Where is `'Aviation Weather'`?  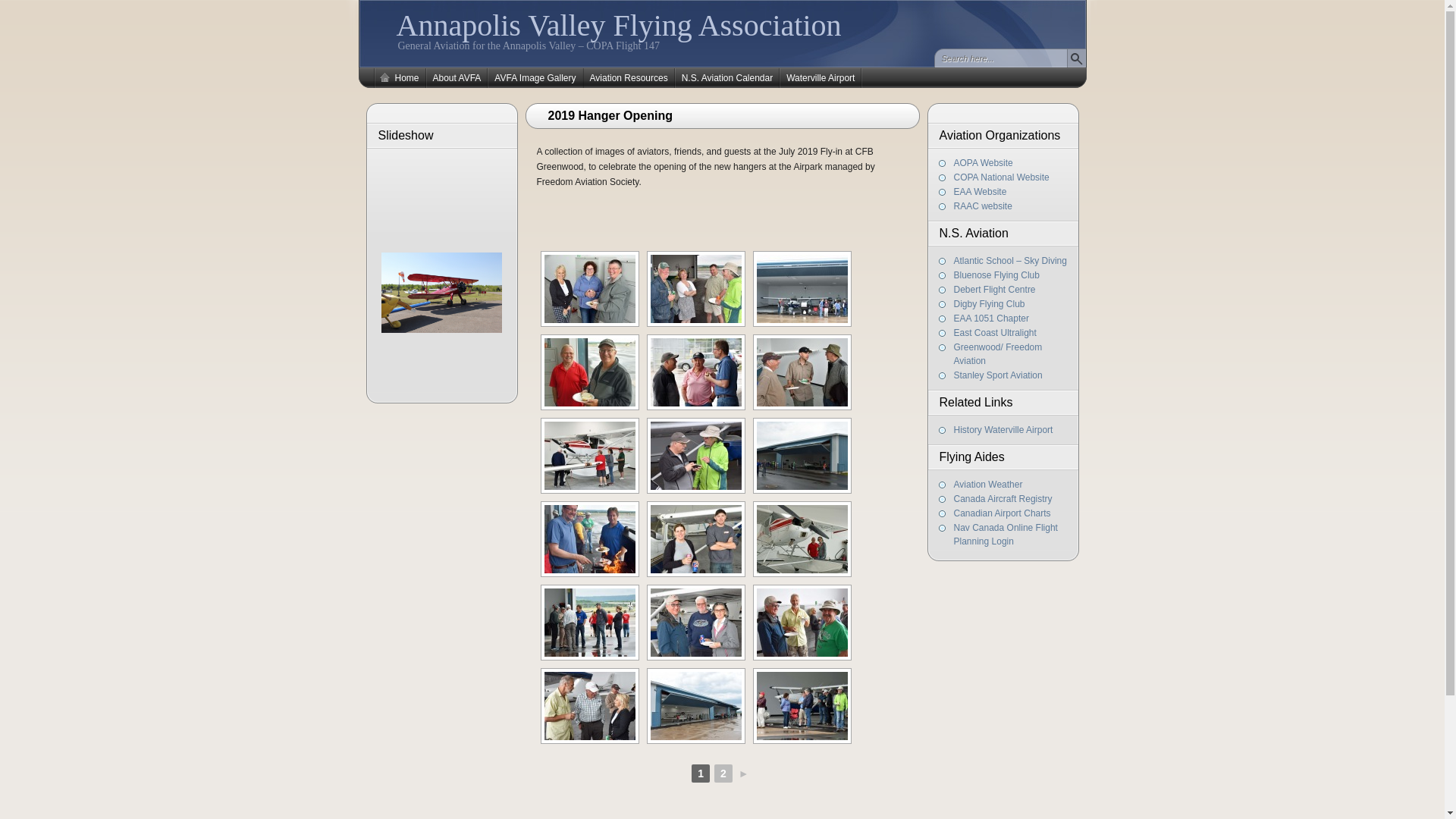
'Aviation Weather' is located at coordinates (952, 485).